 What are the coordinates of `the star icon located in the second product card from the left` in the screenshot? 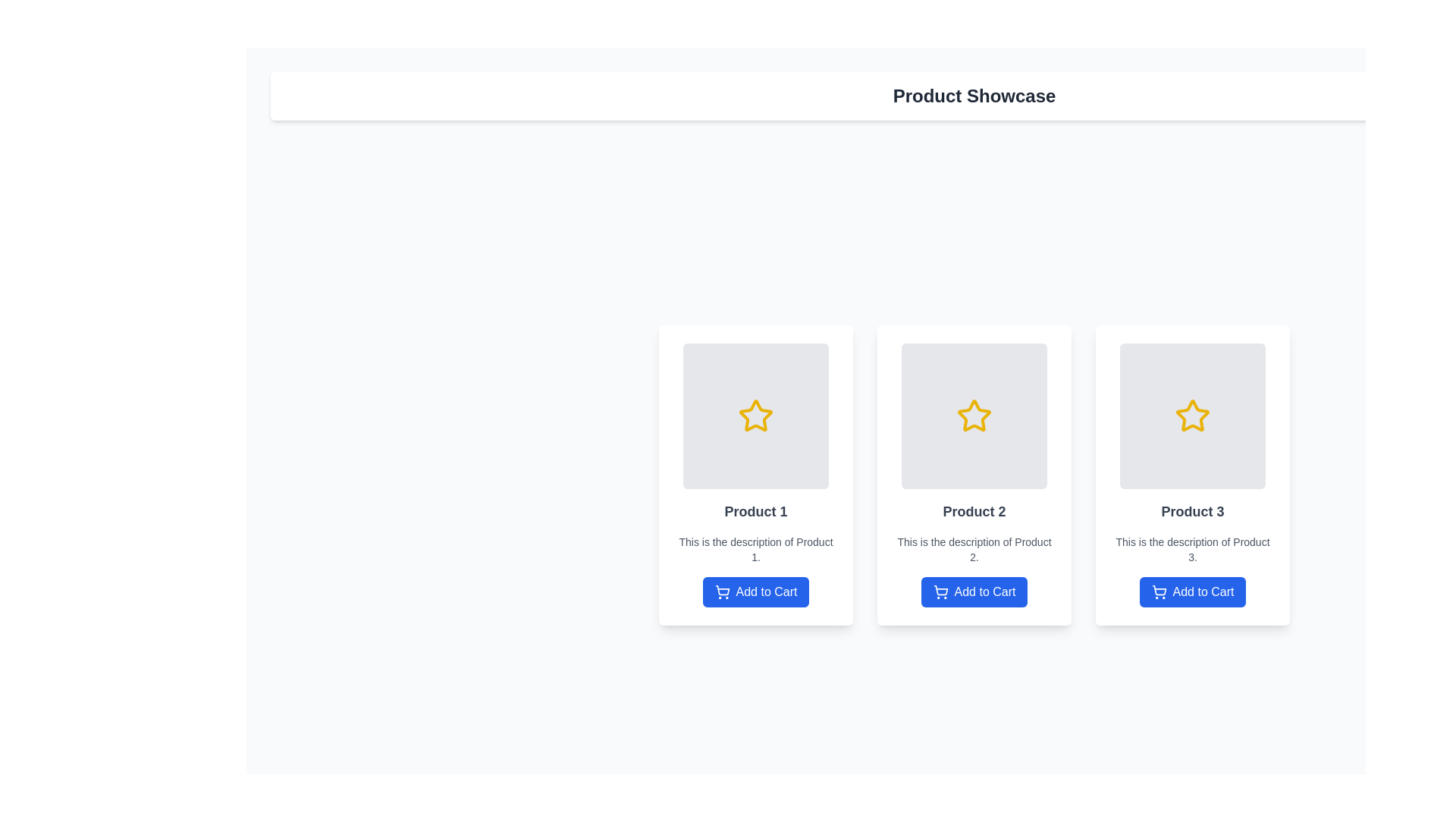 It's located at (974, 416).